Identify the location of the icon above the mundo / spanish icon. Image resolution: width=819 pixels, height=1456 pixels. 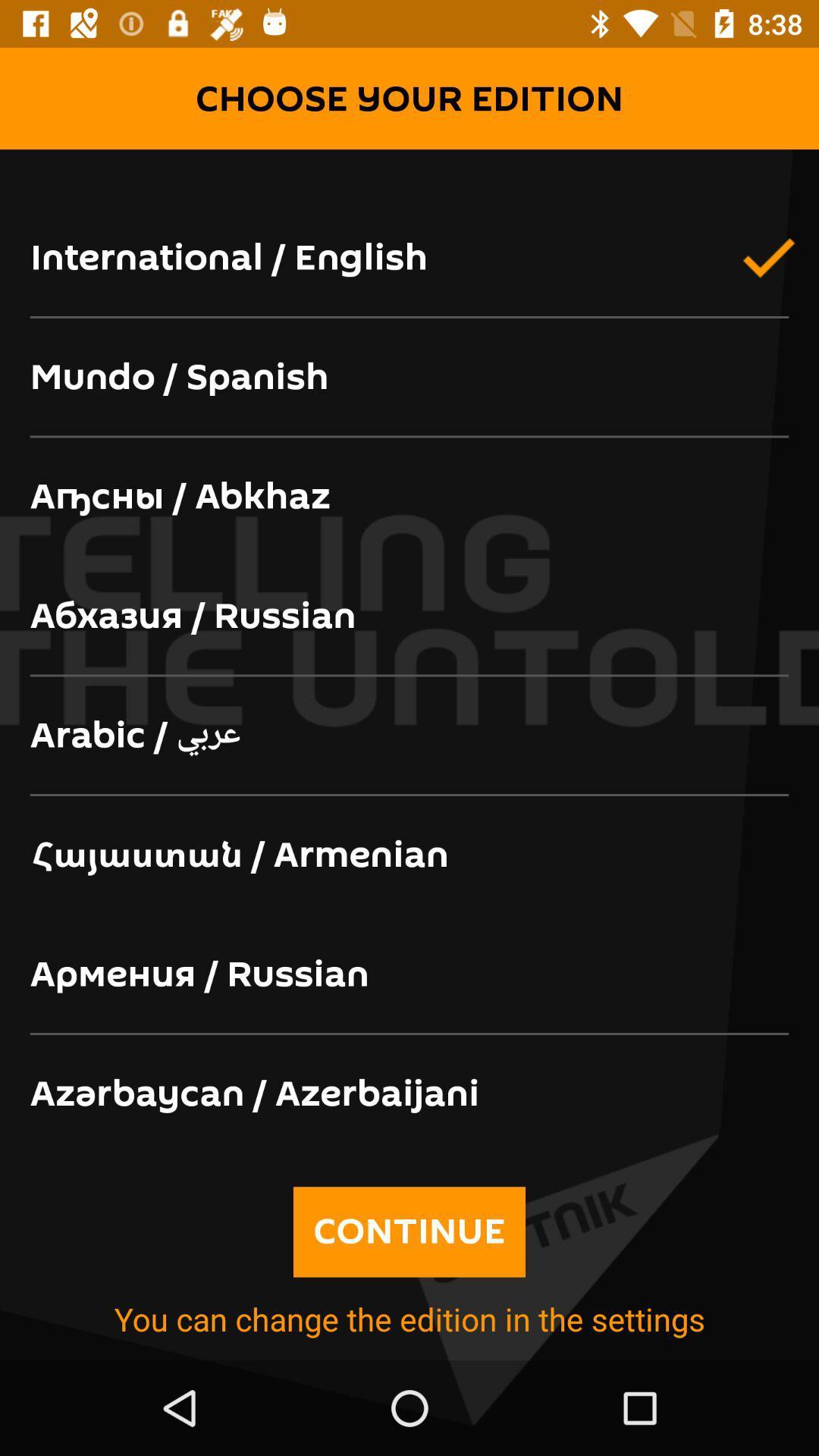
(409, 259).